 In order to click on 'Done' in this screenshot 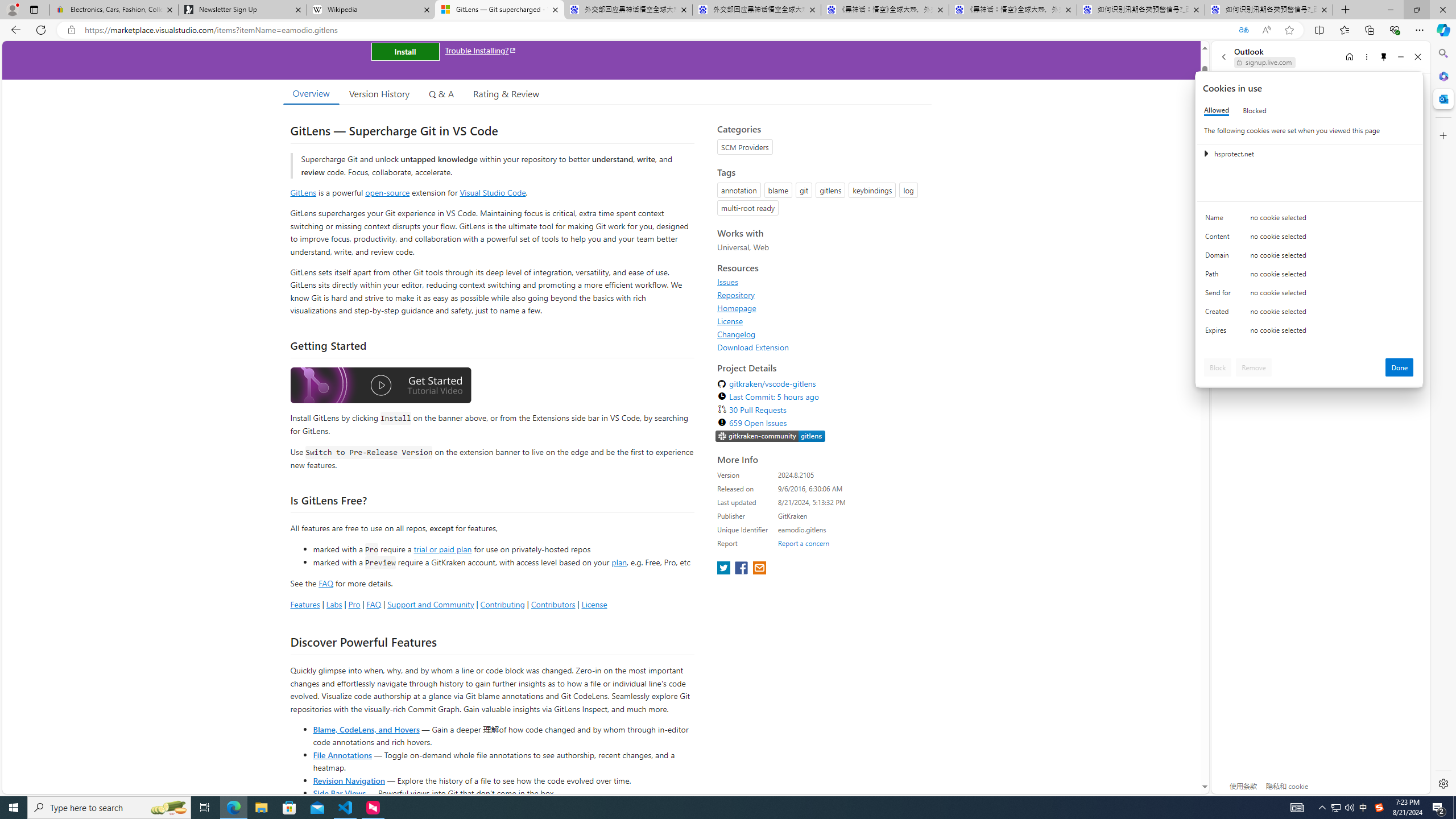, I will do `click(1400, 367)`.